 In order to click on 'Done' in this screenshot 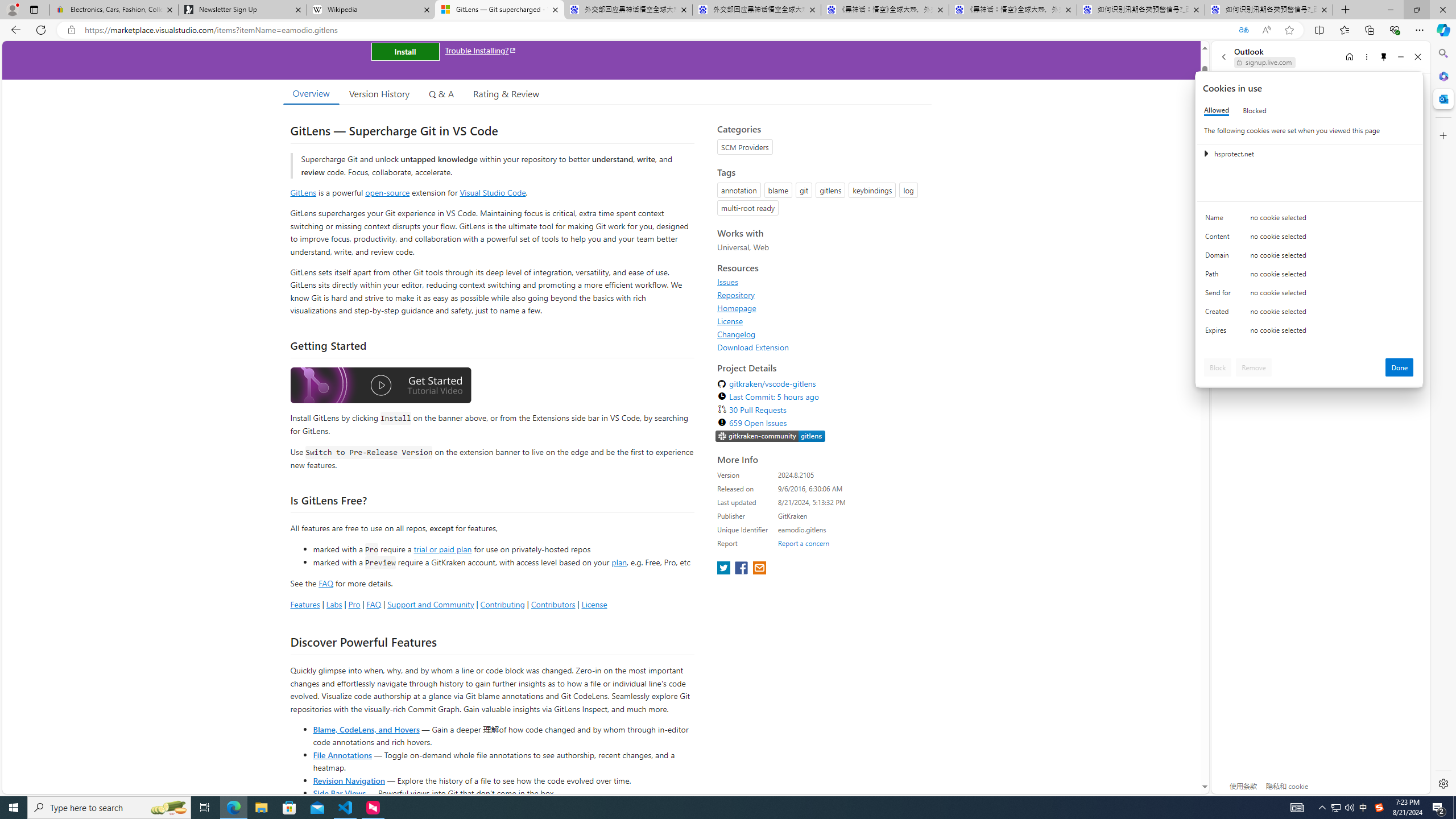, I will do `click(1400, 367)`.